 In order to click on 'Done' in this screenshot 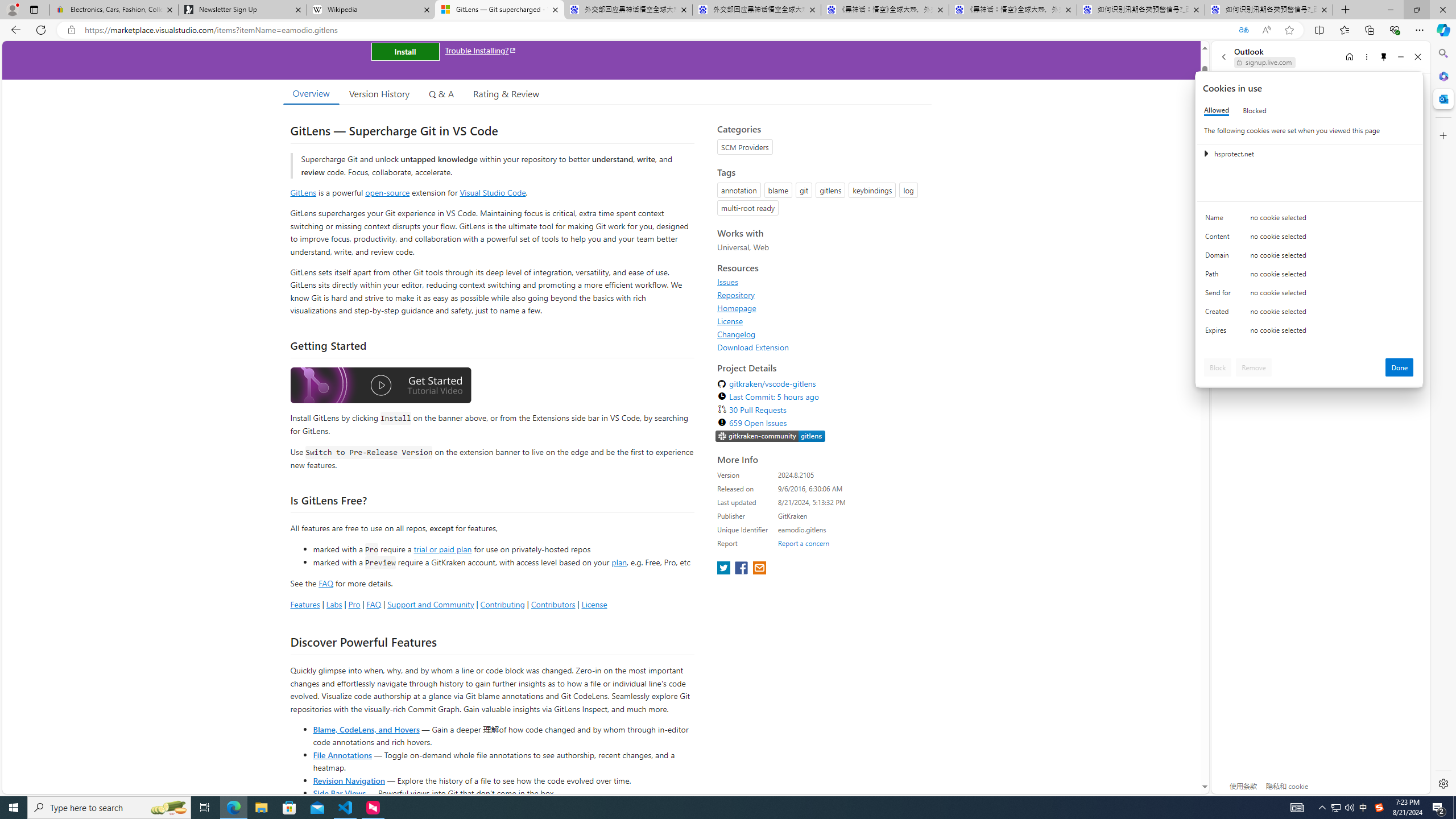, I will do `click(1400, 367)`.